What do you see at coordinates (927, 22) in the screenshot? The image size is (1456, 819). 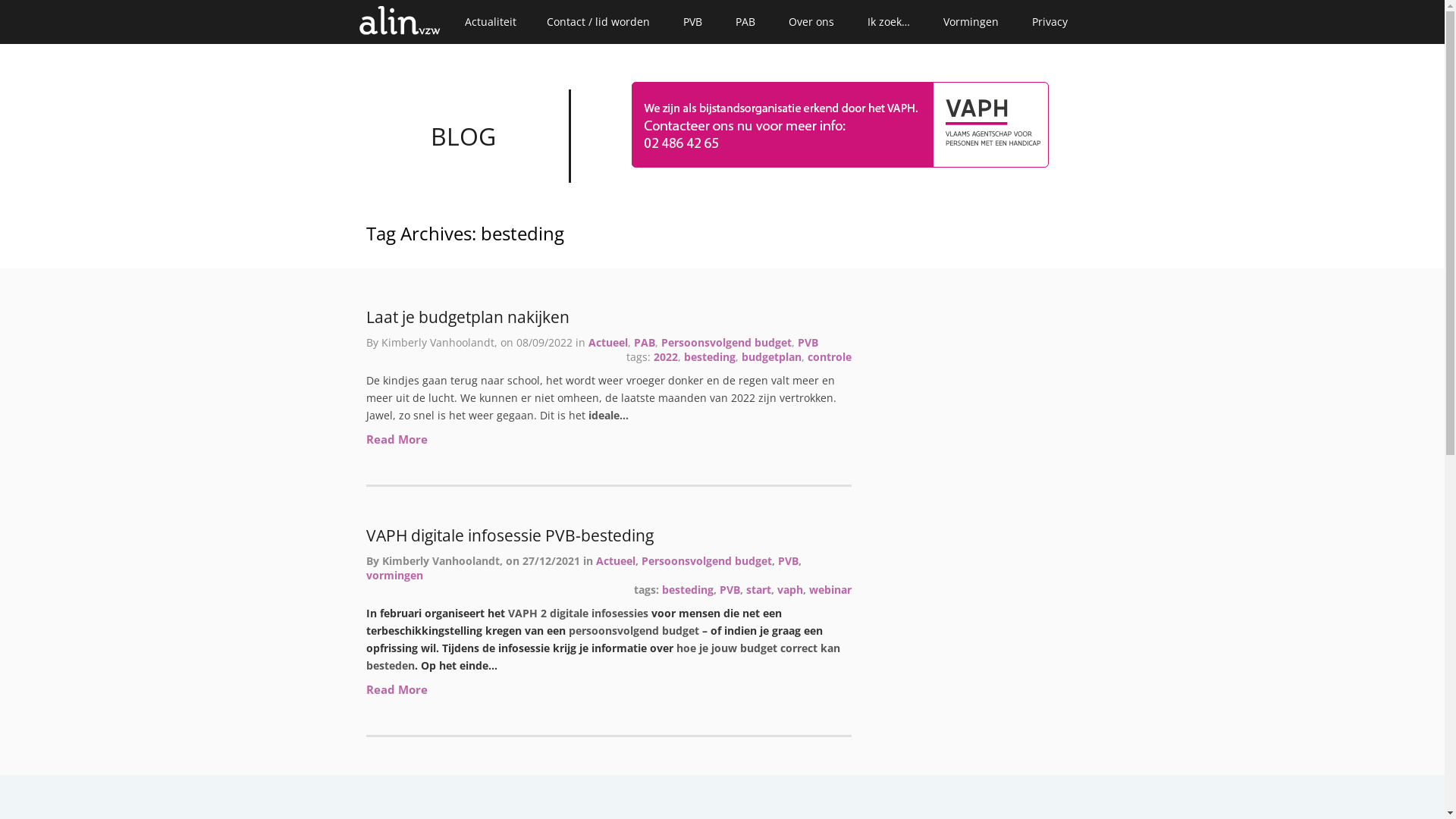 I see `'Vormingen'` at bounding box center [927, 22].